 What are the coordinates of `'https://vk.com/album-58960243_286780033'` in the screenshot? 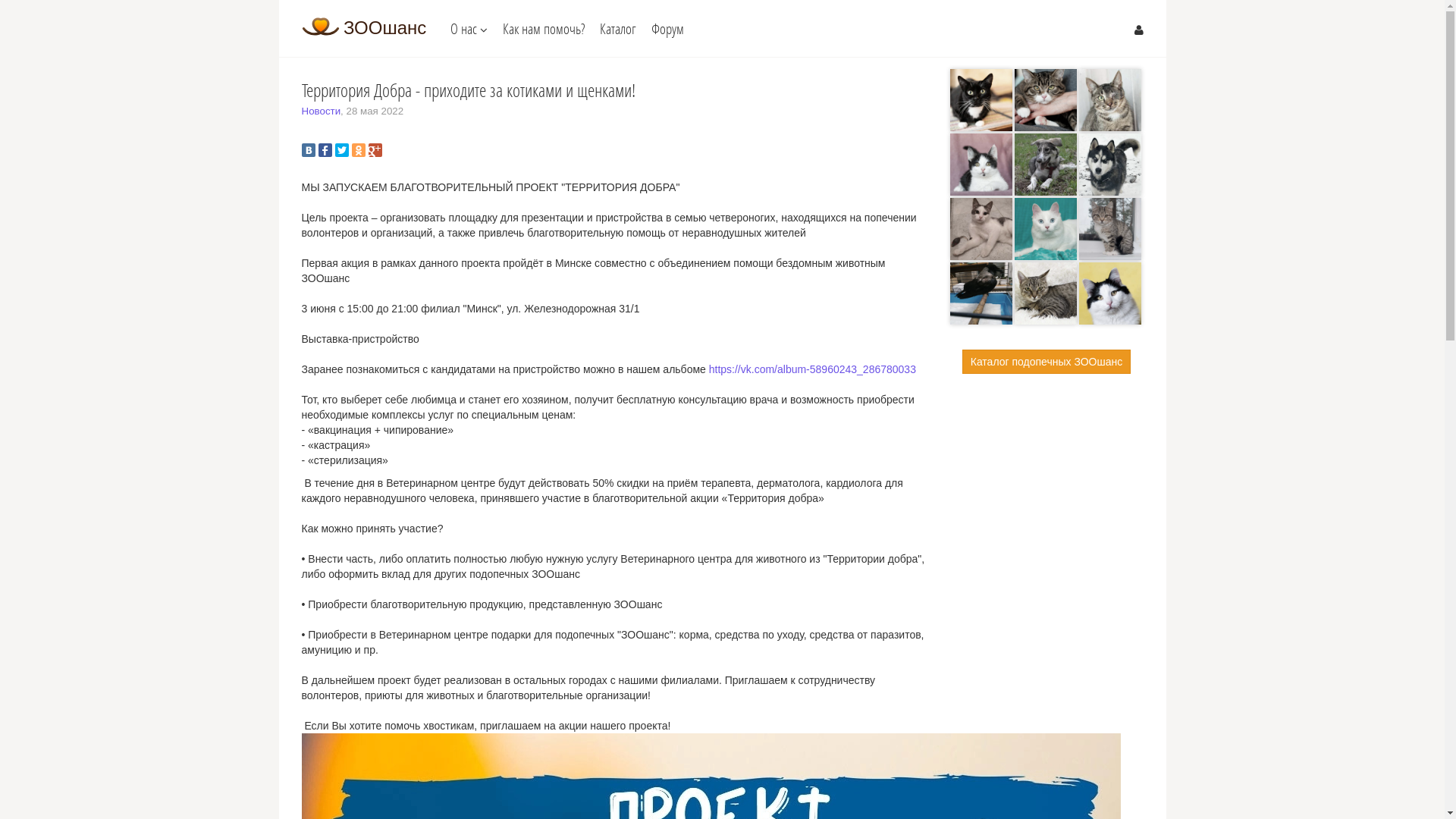 It's located at (708, 369).